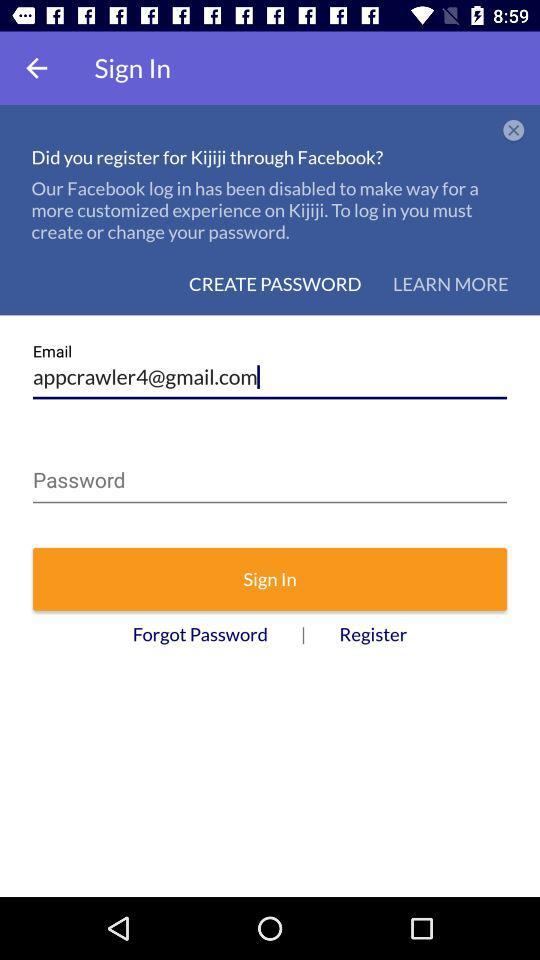 The width and height of the screenshot is (540, 960). Describe the element at coordinates (36, 68) in the screenshot. I see `item to the left of the sign in icon` at that location.